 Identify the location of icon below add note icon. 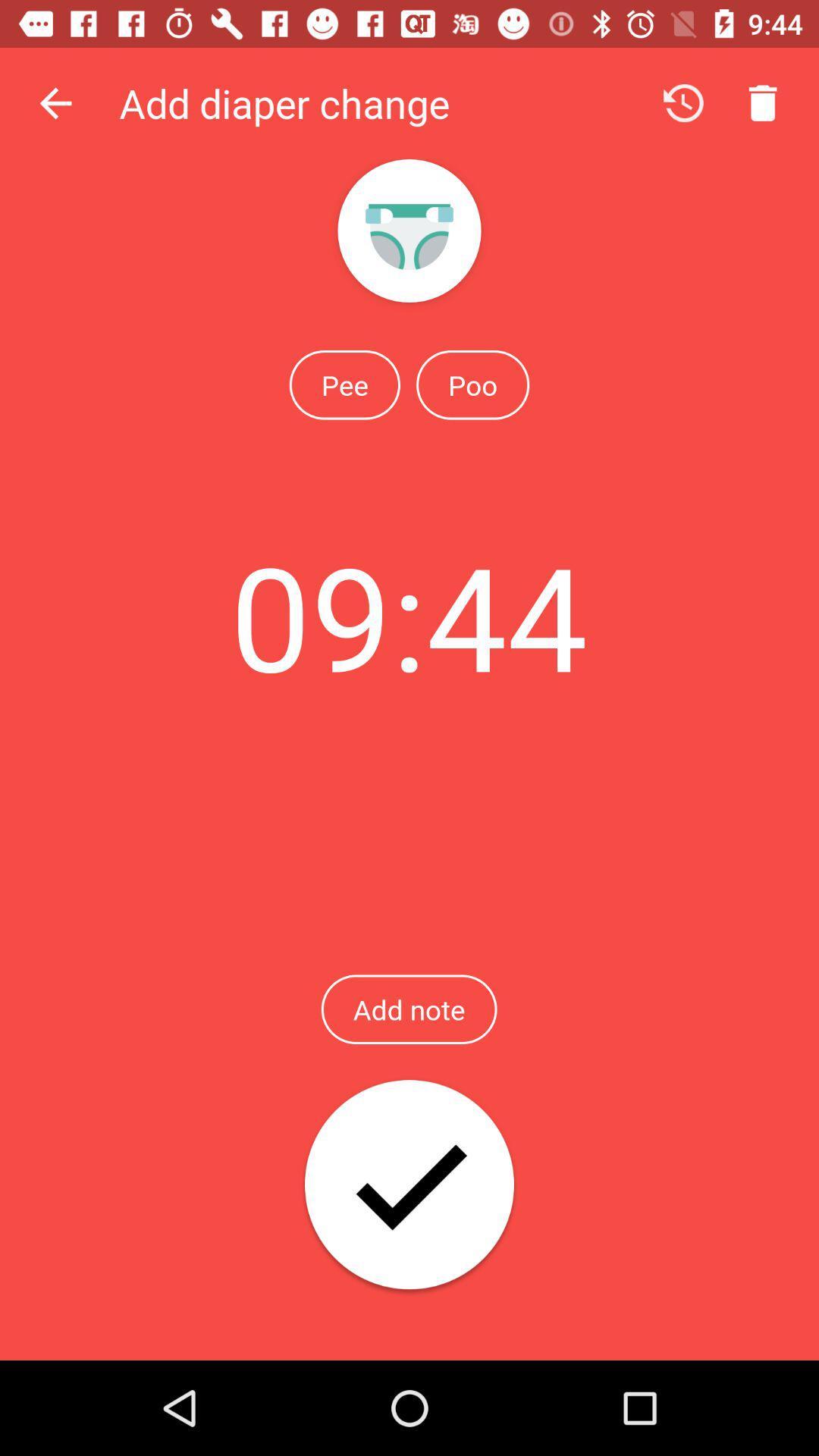
(409, 1185).